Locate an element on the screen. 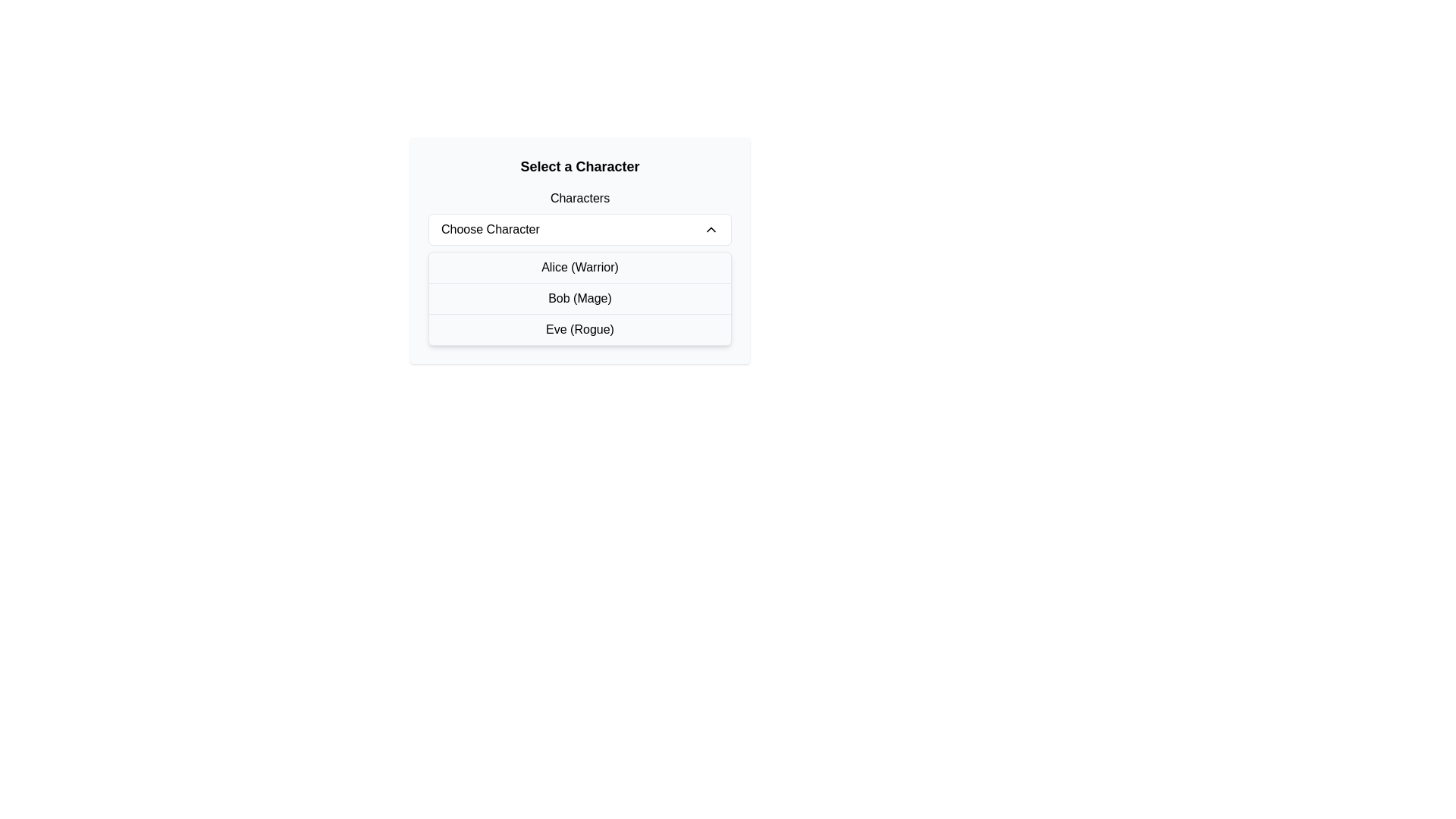 This screenshot has height=819, width=1456. the Dropdown menu is located at coordinates (579, 250).